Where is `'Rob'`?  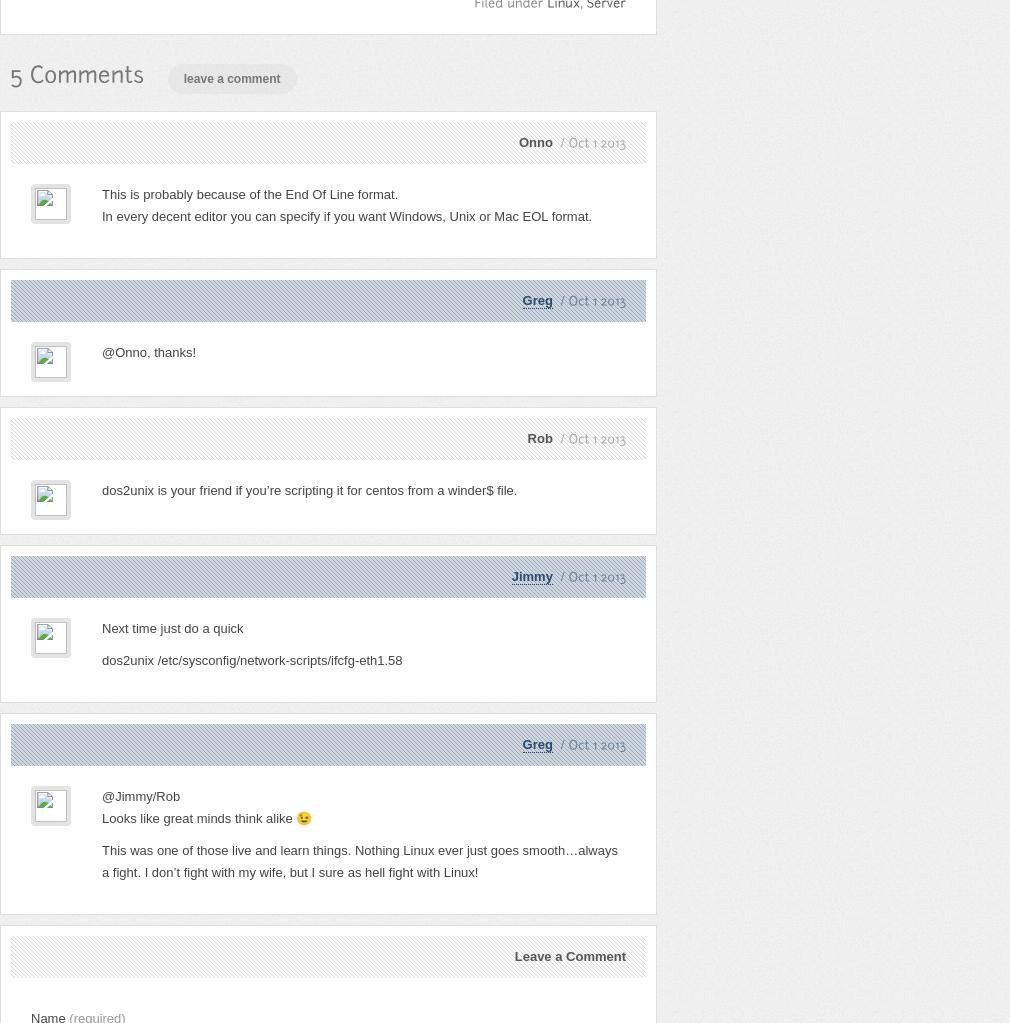 'Rob' is located at coordinates (540, 437).